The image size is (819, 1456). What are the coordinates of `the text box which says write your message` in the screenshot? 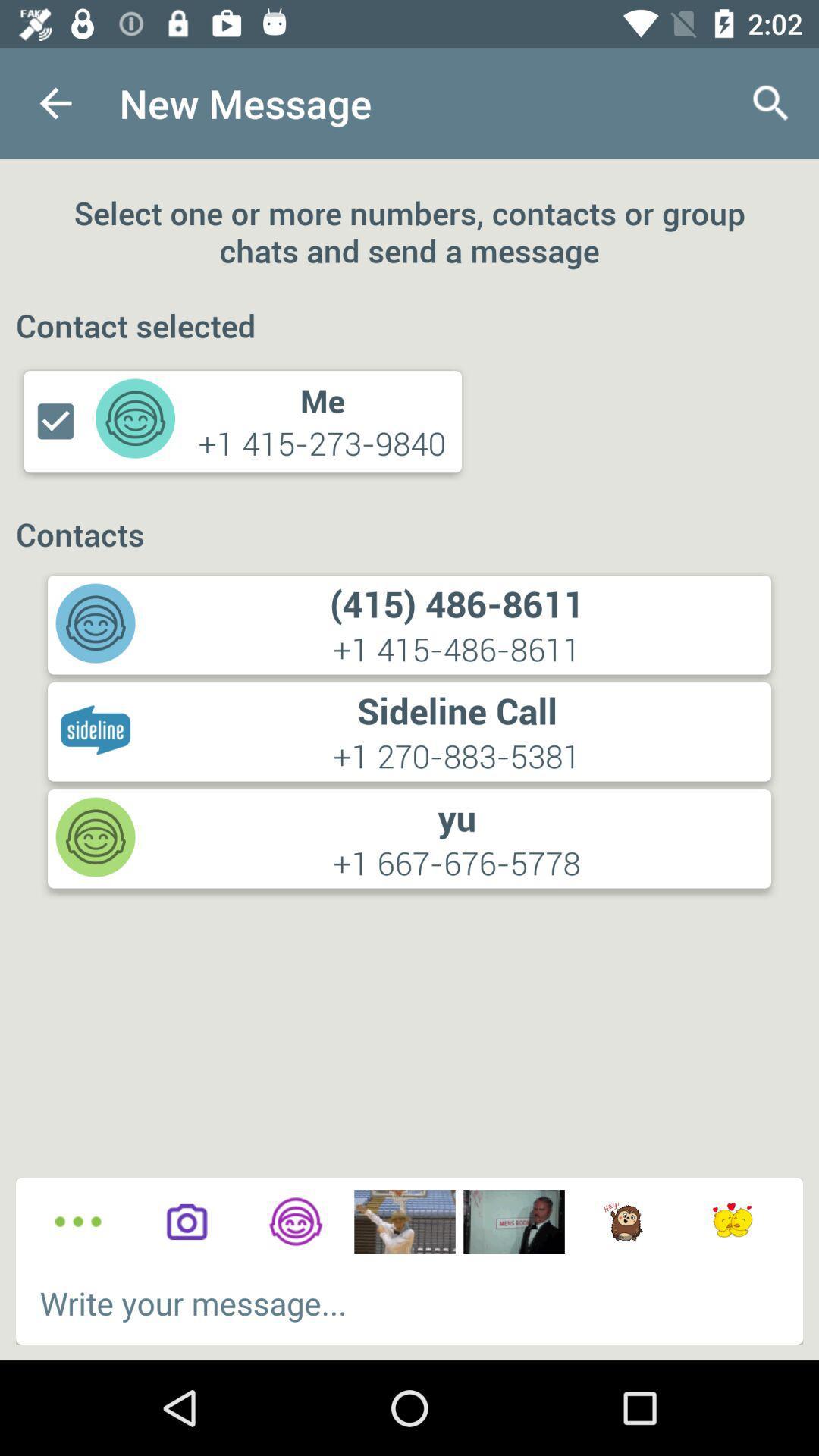 It's located at (409, 1302).